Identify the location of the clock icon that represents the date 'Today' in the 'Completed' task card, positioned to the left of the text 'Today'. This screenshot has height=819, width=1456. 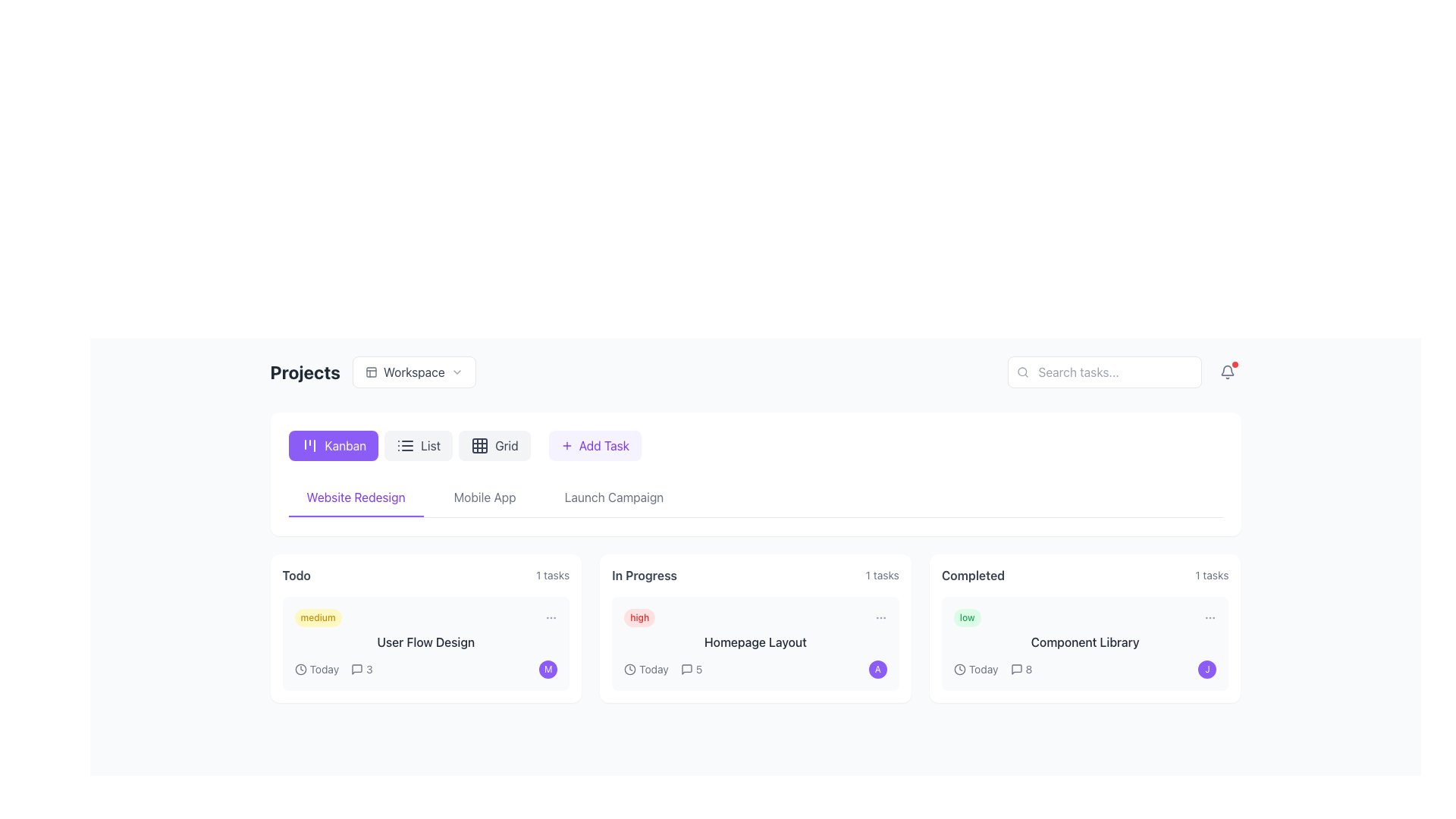
(959, 669).